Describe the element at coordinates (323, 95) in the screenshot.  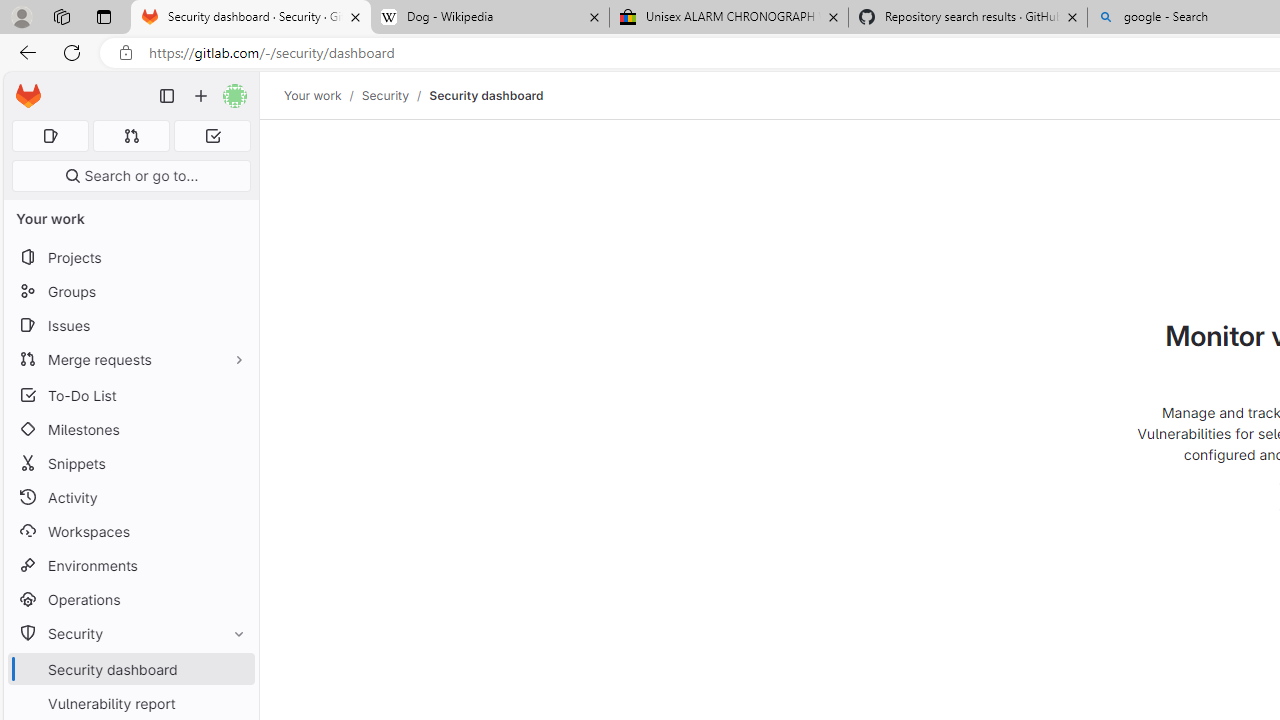
I see `'Your work/'` at that location.